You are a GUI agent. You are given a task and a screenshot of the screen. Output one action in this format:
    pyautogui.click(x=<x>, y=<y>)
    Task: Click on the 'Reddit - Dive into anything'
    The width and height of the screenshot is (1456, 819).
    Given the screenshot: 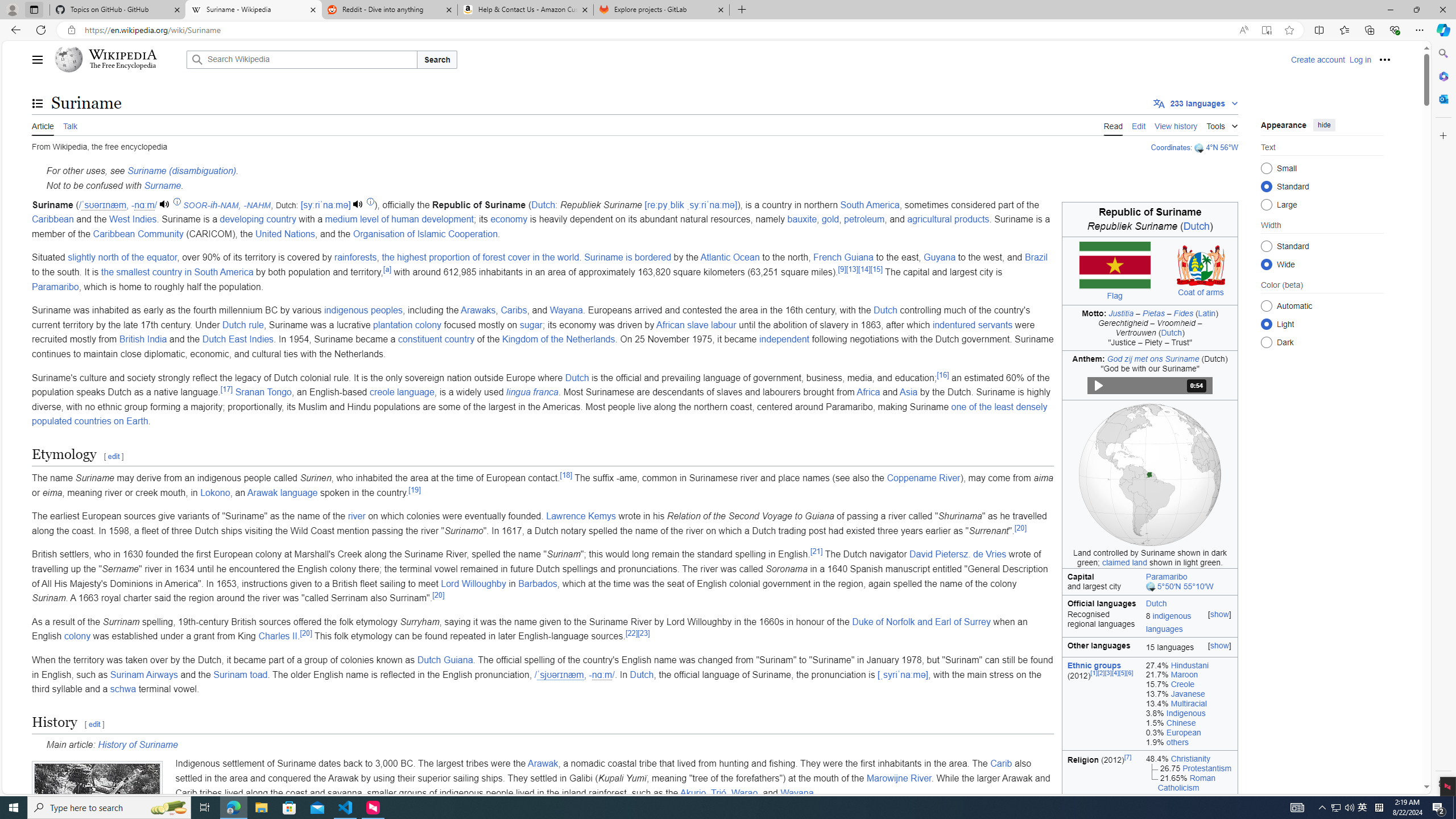 What is the action you would take?
    pyautogui.click(x=390, y=9)
    